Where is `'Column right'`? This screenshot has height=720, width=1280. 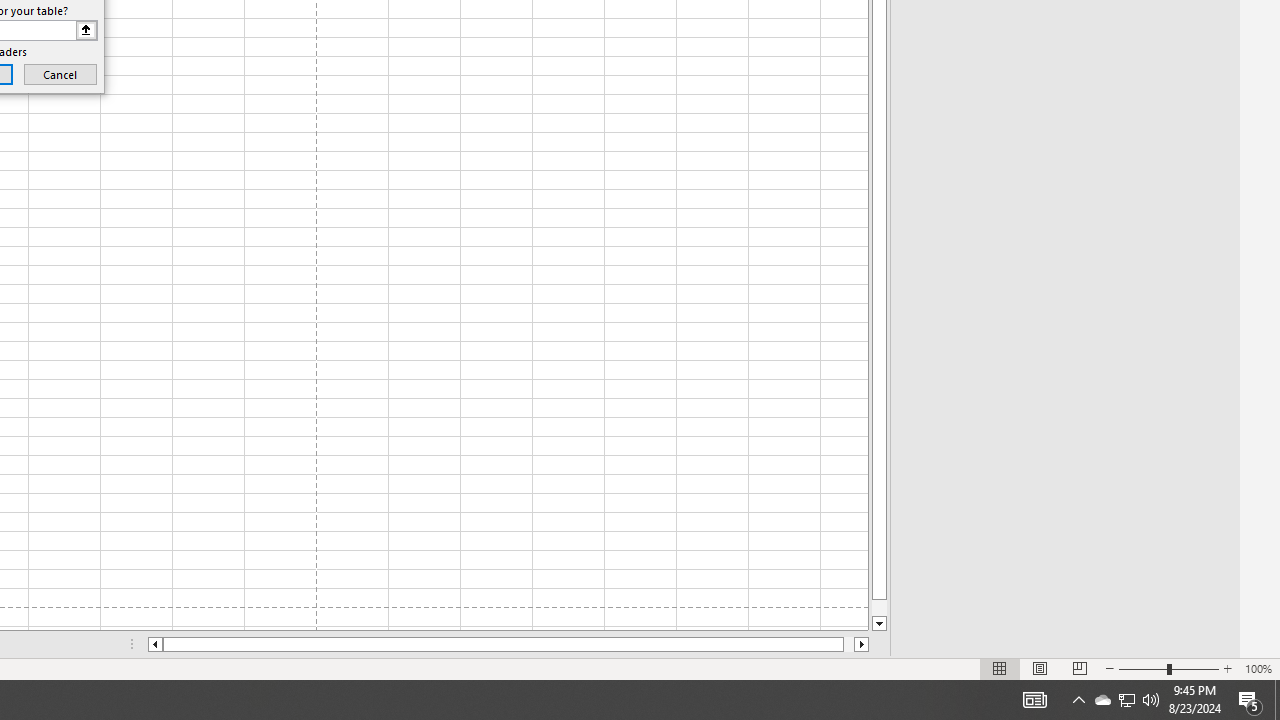
'Column right' is located at coordinates (862, 644).